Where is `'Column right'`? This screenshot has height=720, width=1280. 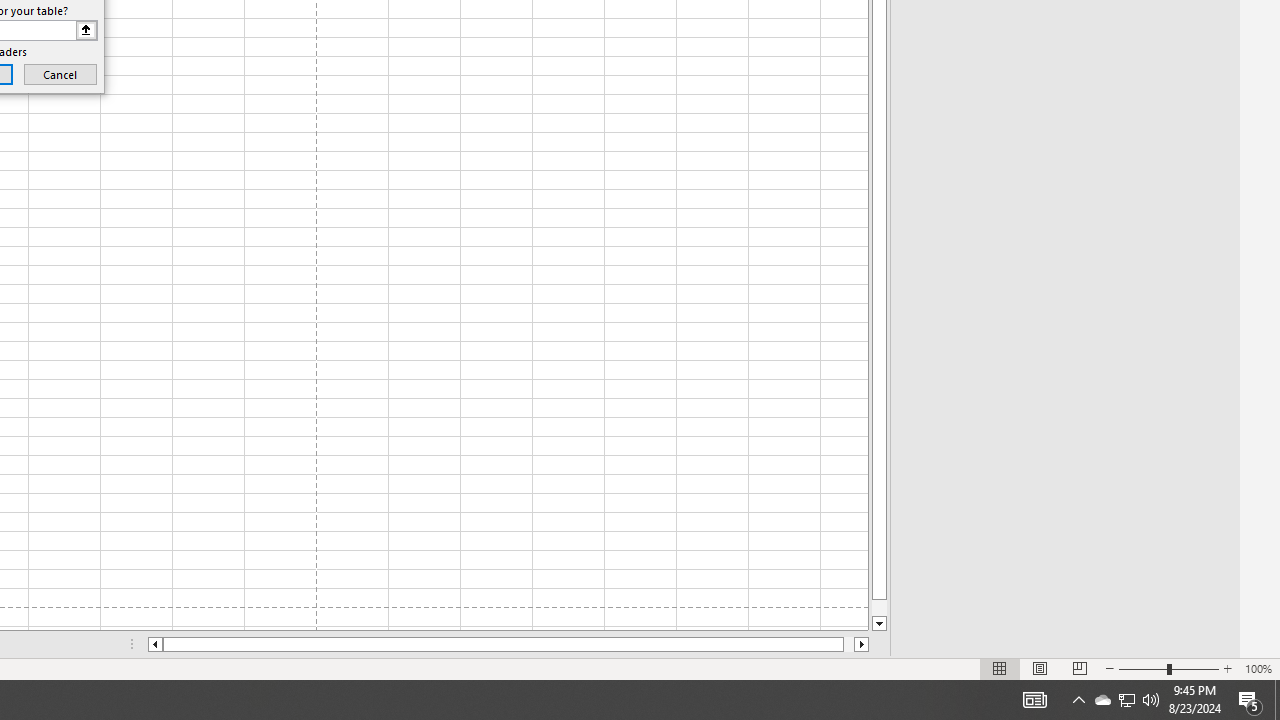
'Column right' is located at coordinates (862, 644).